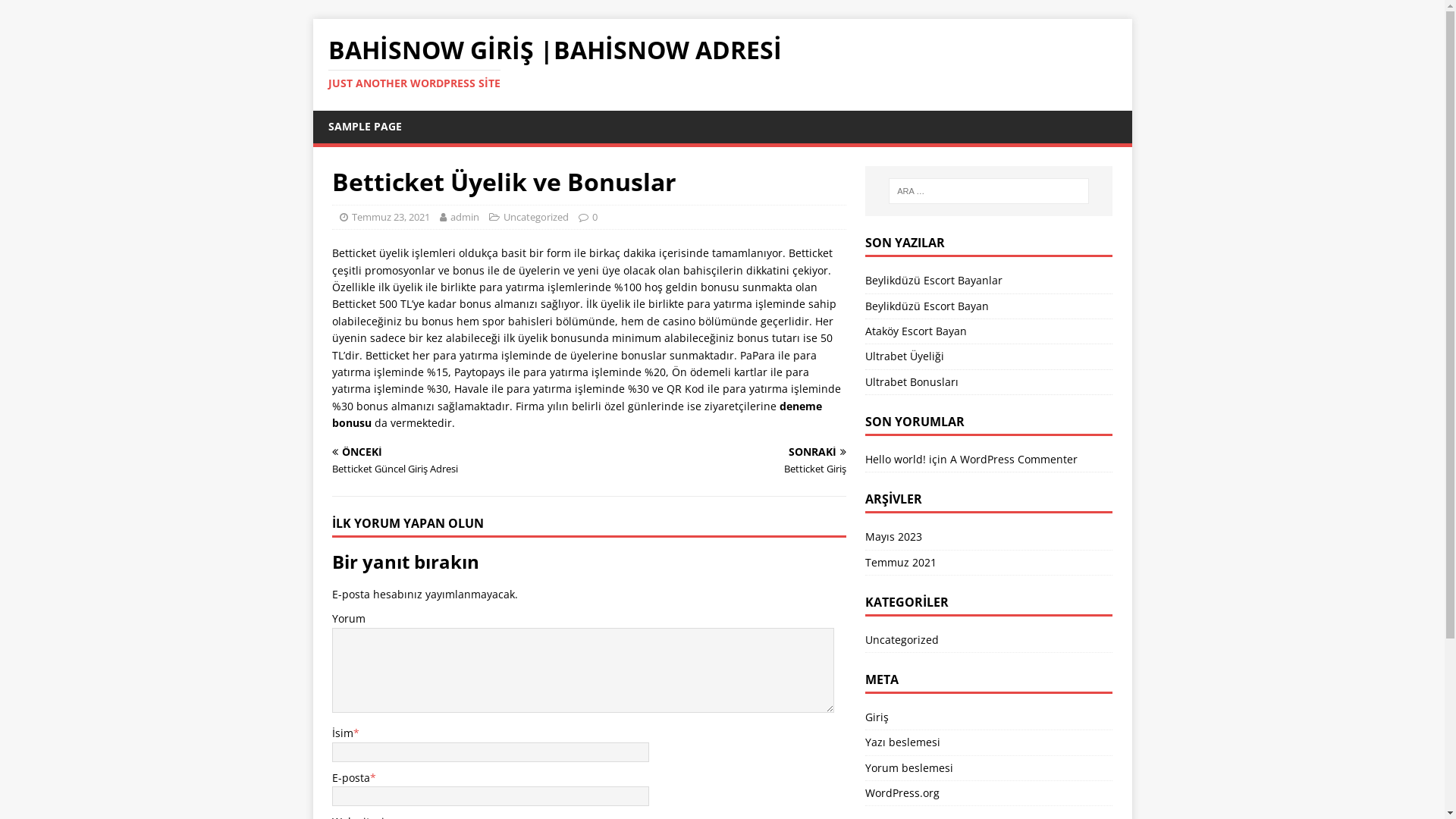 Image resolution: width=1456 pixels, height=819 pixels. Describe the element at coordinates (364, 125) in the screenshot. I see `'SAMPLE PAGE'` at that location.